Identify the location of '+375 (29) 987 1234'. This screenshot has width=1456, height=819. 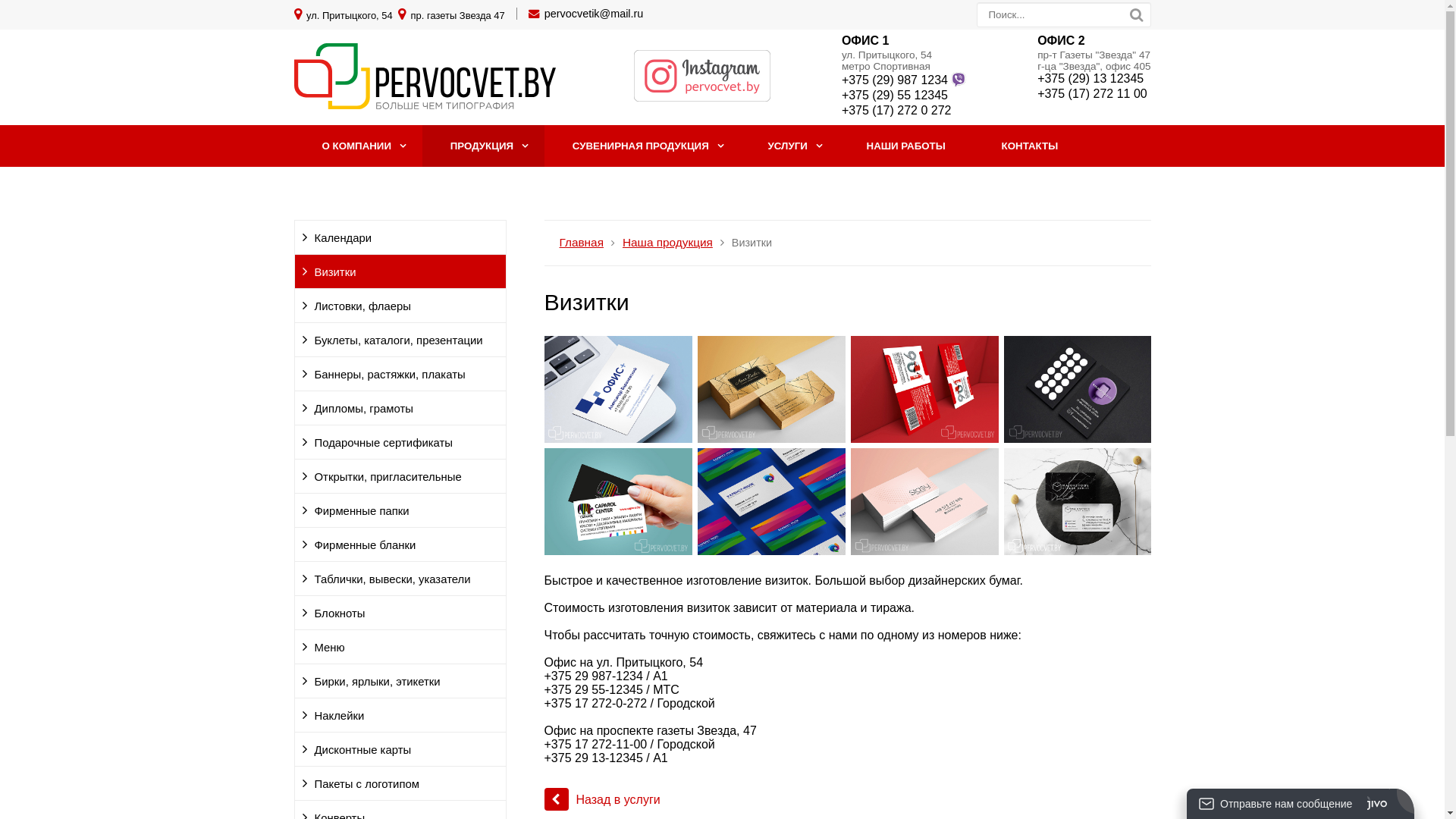
(840, 80).